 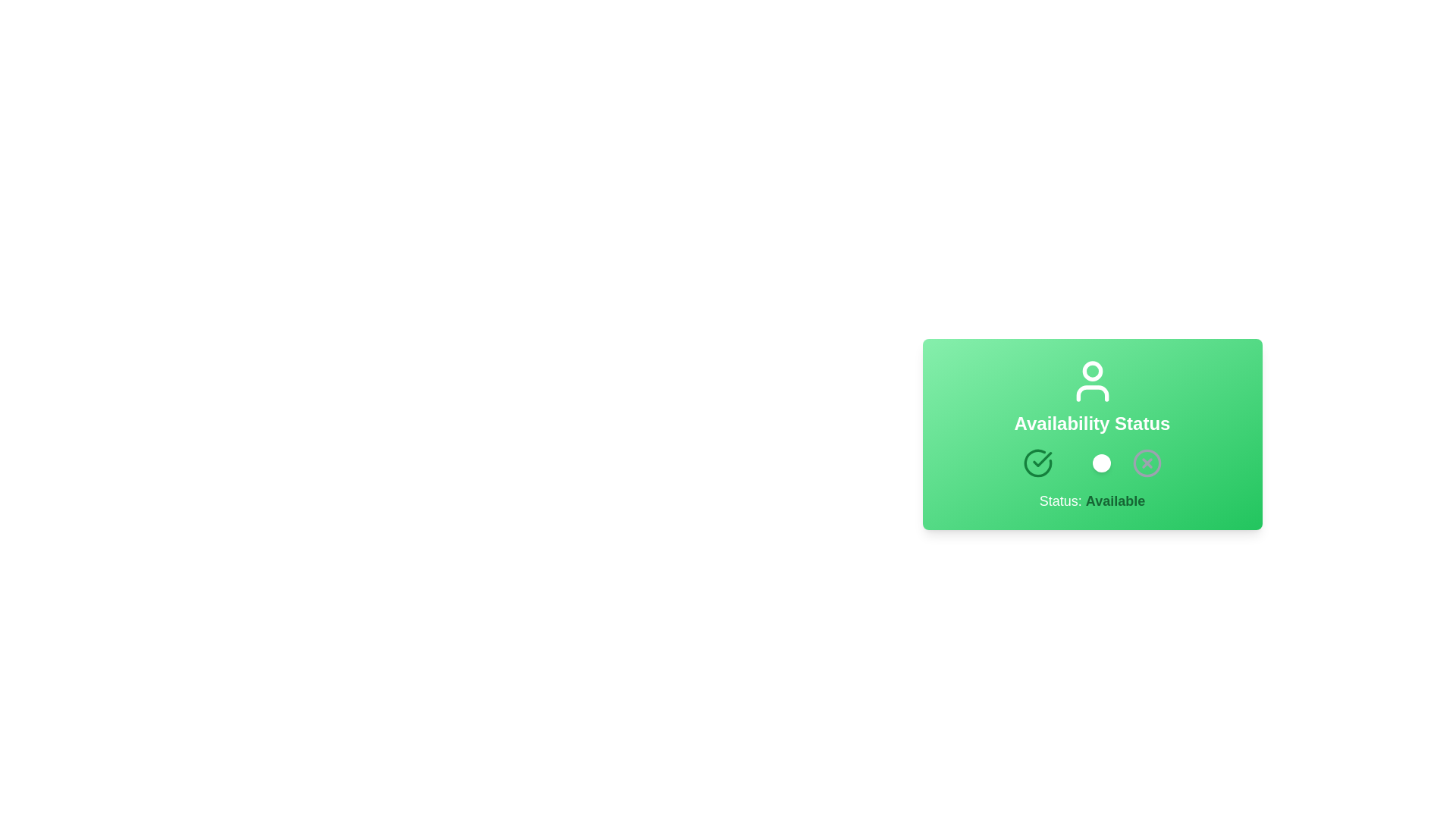 I want to click on the 'Availability Status' text label, which is displayed in white font against a green gradient background, centered within a card layout, so click(x=1092, y=396).